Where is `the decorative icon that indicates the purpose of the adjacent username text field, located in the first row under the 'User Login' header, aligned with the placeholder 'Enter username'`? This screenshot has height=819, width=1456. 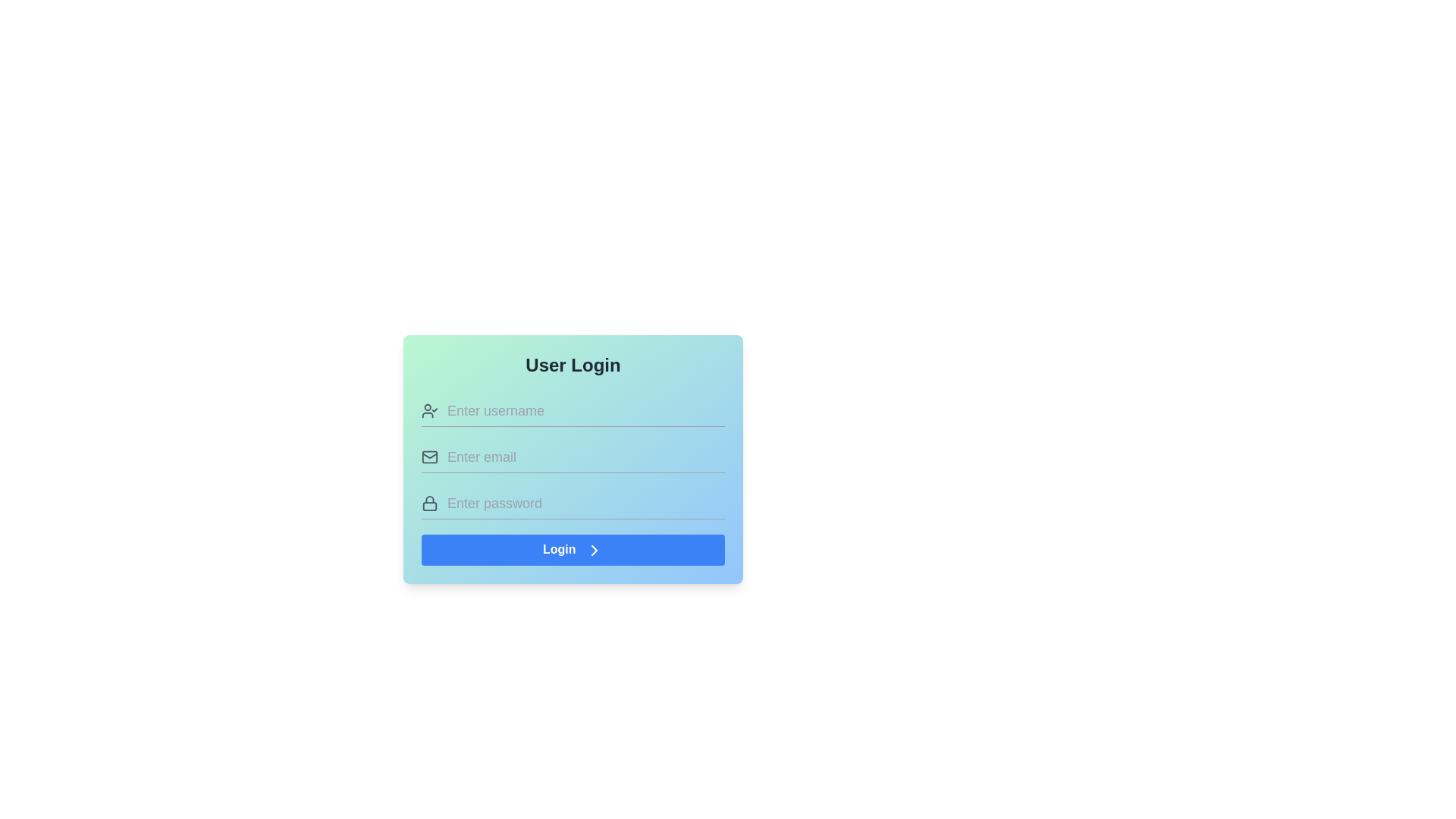 the decorative icon that indicates the purpose of the adjacent username text field, located in the first row under the 'User Login' header, aligned with the placeholder 'Enter username' is located at coordinates (428, 411).